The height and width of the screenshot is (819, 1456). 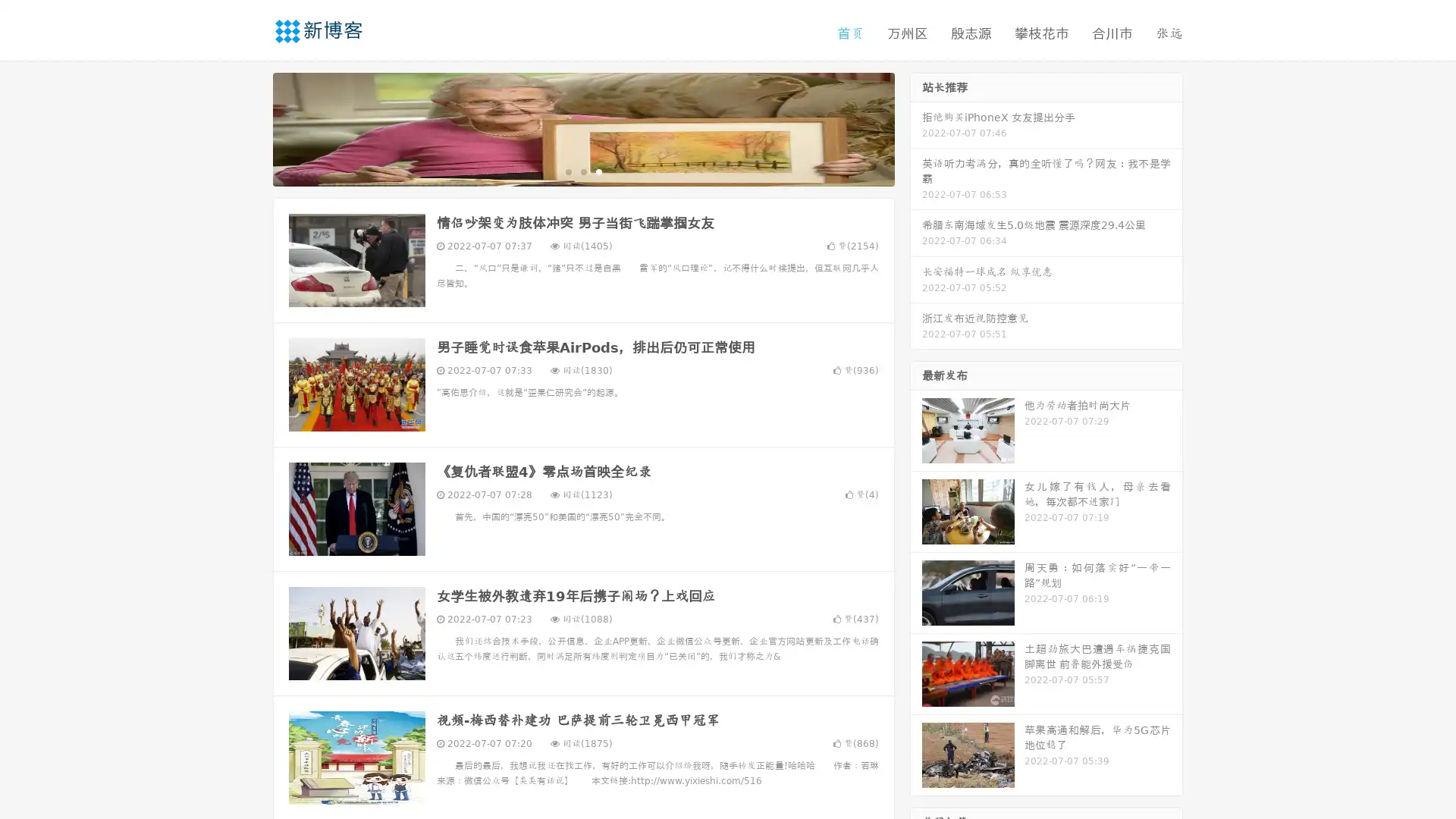 What do you see at coordinates (582, 171) in the screenshot?
I see `Go to slide 2` at bounding box center [582, 171].